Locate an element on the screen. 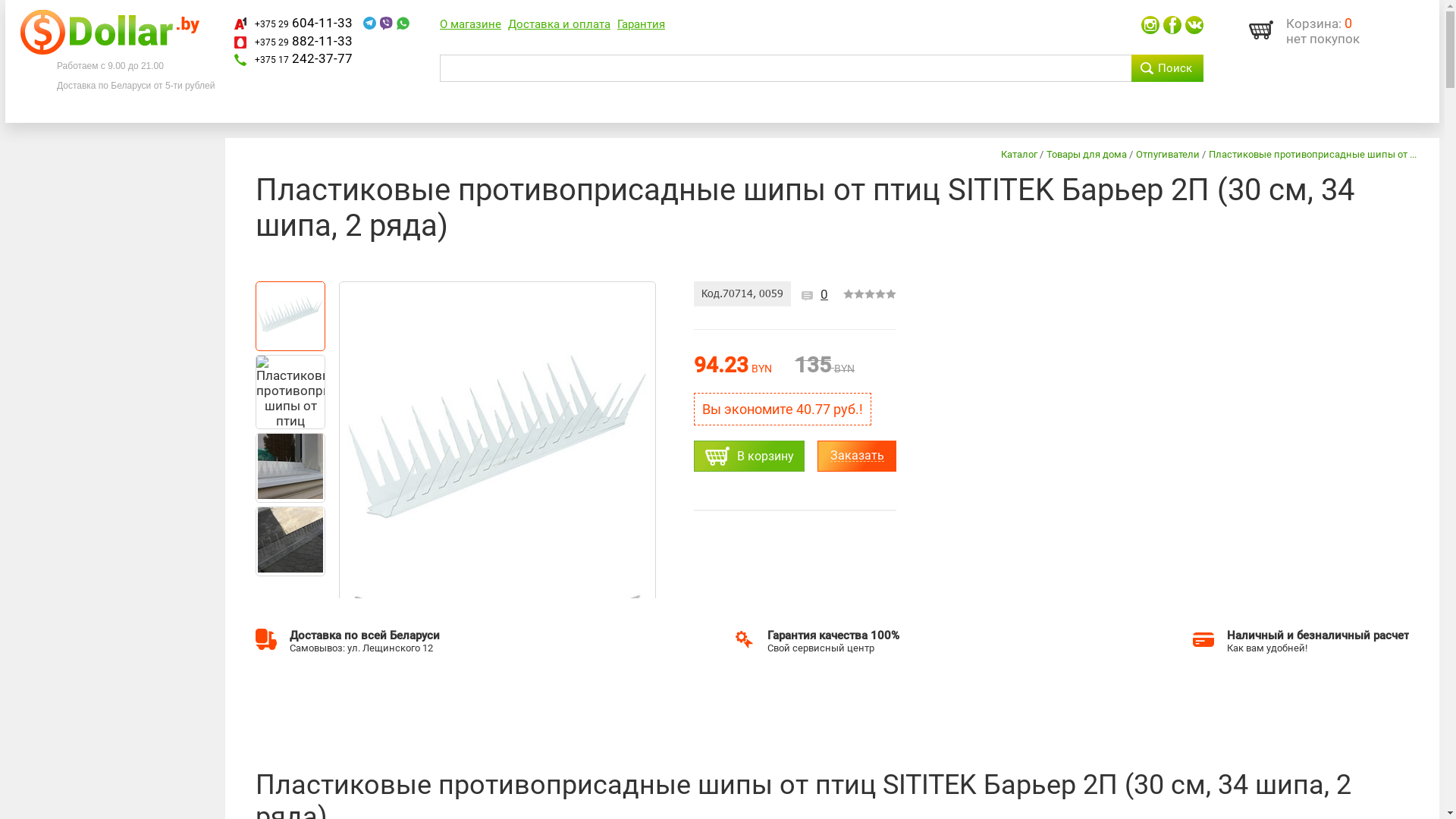 The height and width of the screenshot is (819, 1456). '0' is located at coordinates (823, 294).